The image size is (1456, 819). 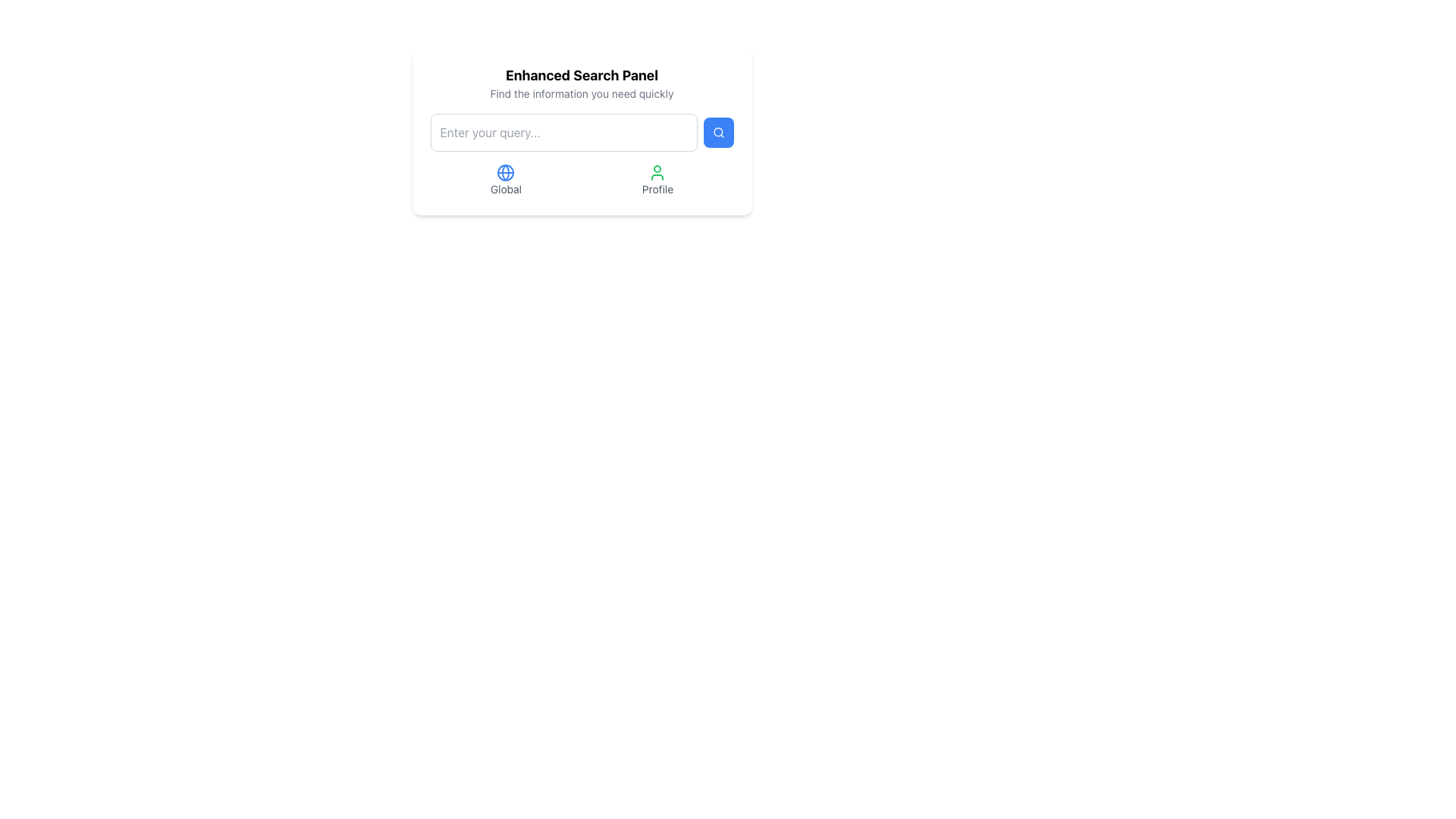 I want to click on the blue globe icon button labeled 'Global', so click(x=506, y=180).